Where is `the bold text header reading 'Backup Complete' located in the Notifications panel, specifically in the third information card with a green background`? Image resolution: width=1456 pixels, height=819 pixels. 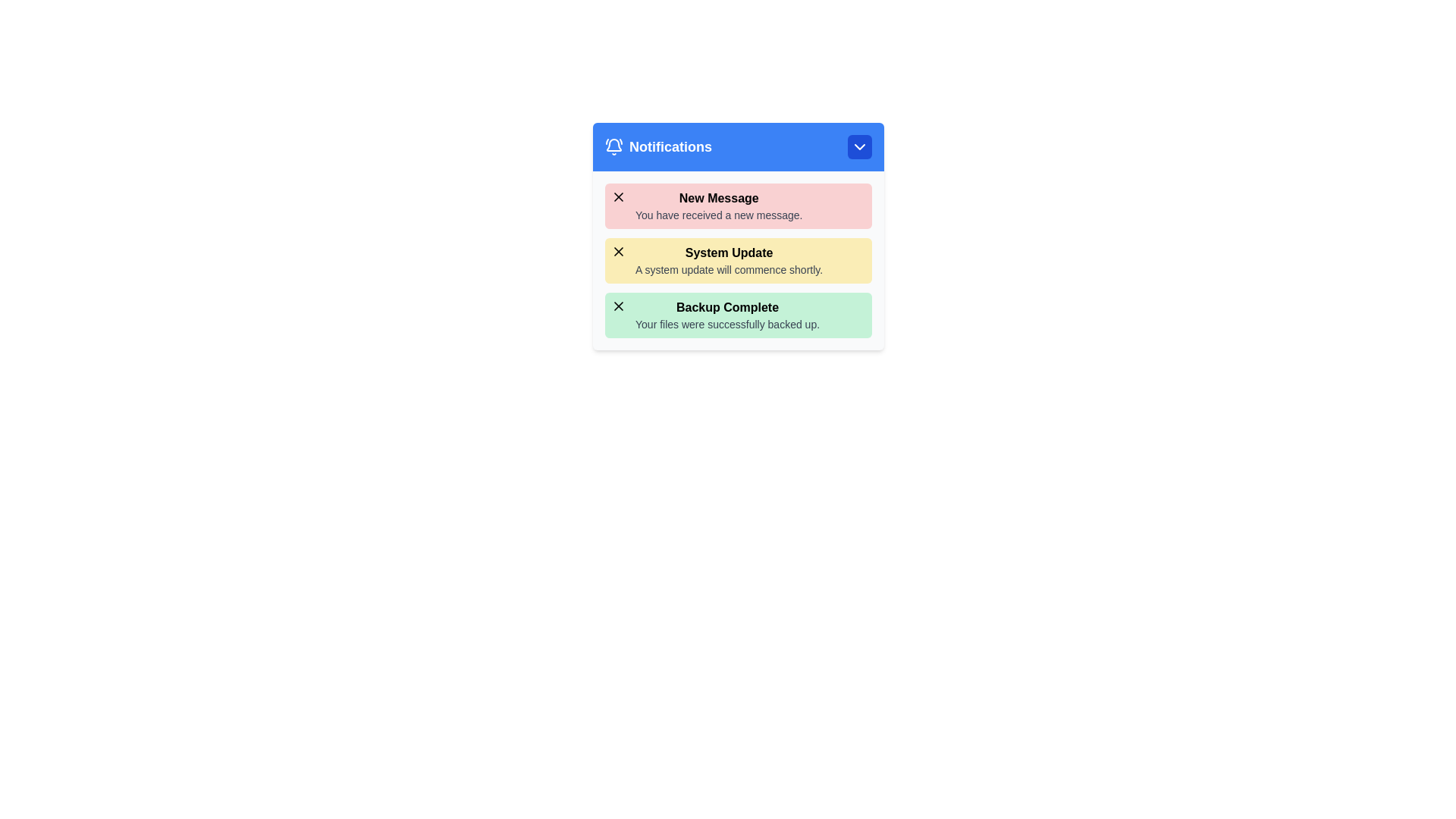 the bold text header reading 'Backup Complete' located in the Notifications panel, specifically in the third information card with a green background is located at coordinates (726, 307).